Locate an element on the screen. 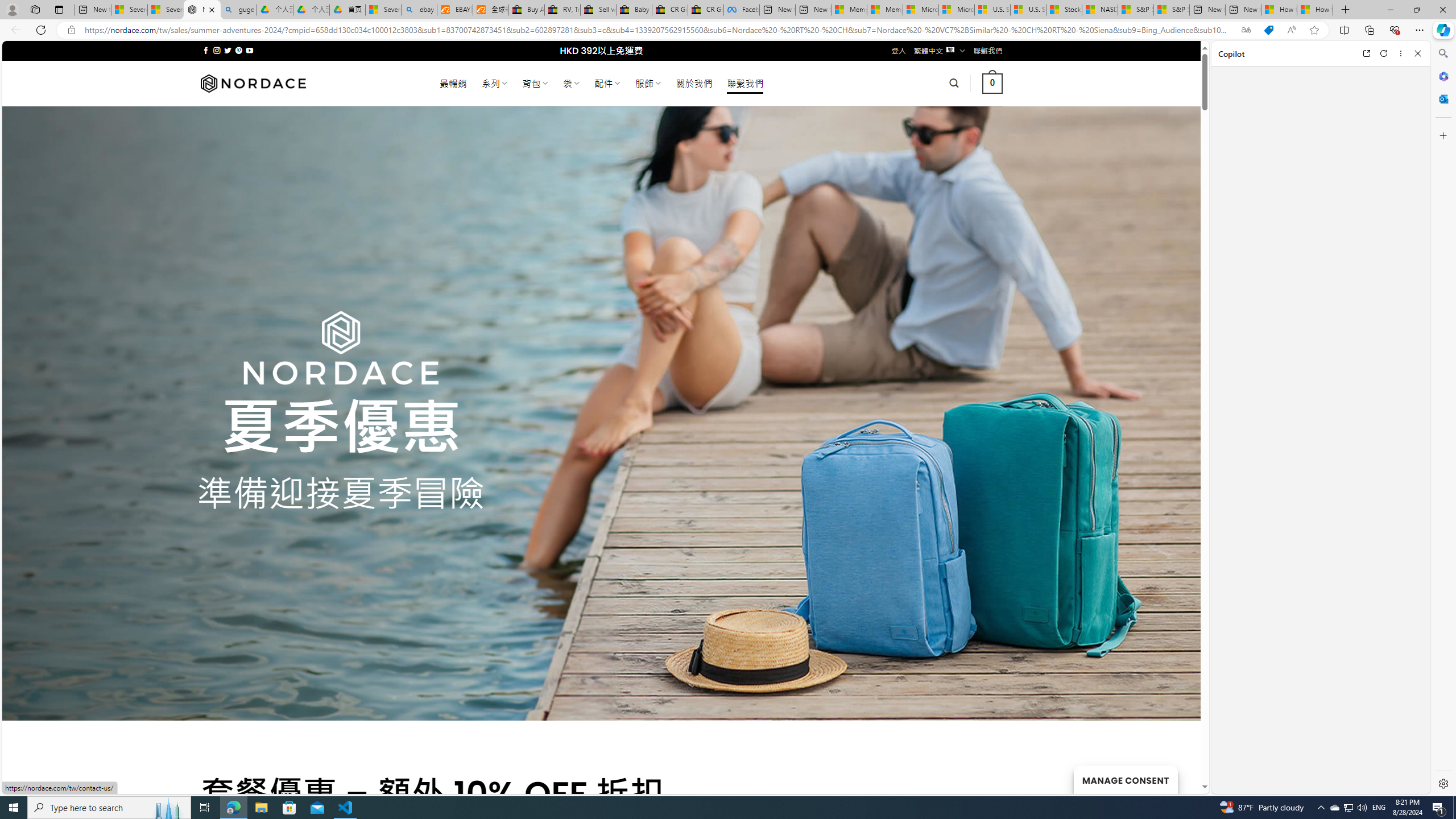 This screenshot has width=1456, height=819. 'guge yunpan - Search' is located at coordinates (238, 9).